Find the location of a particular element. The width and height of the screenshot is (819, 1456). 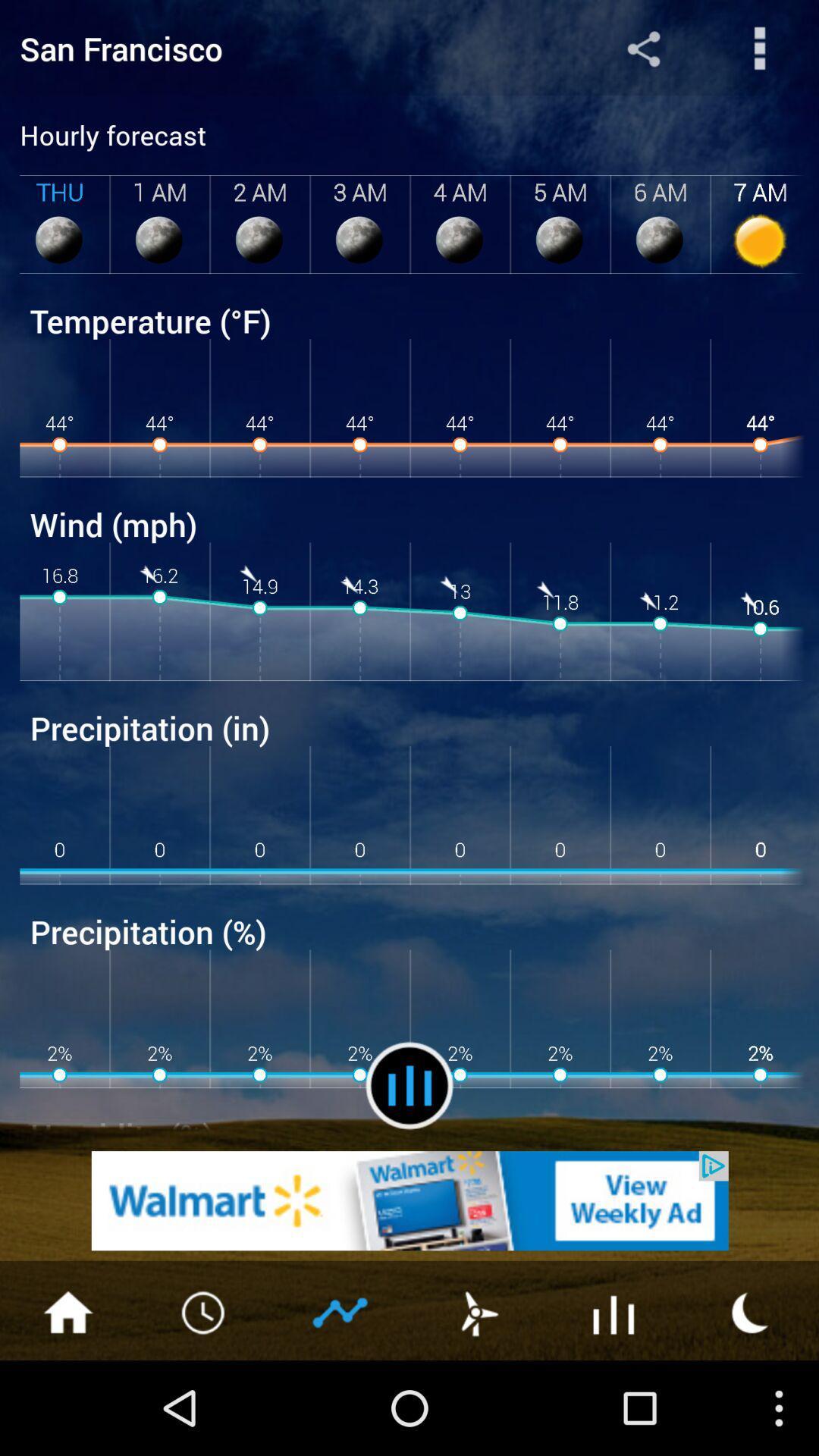

turn on night mode is located at coordinates (751, 1310).